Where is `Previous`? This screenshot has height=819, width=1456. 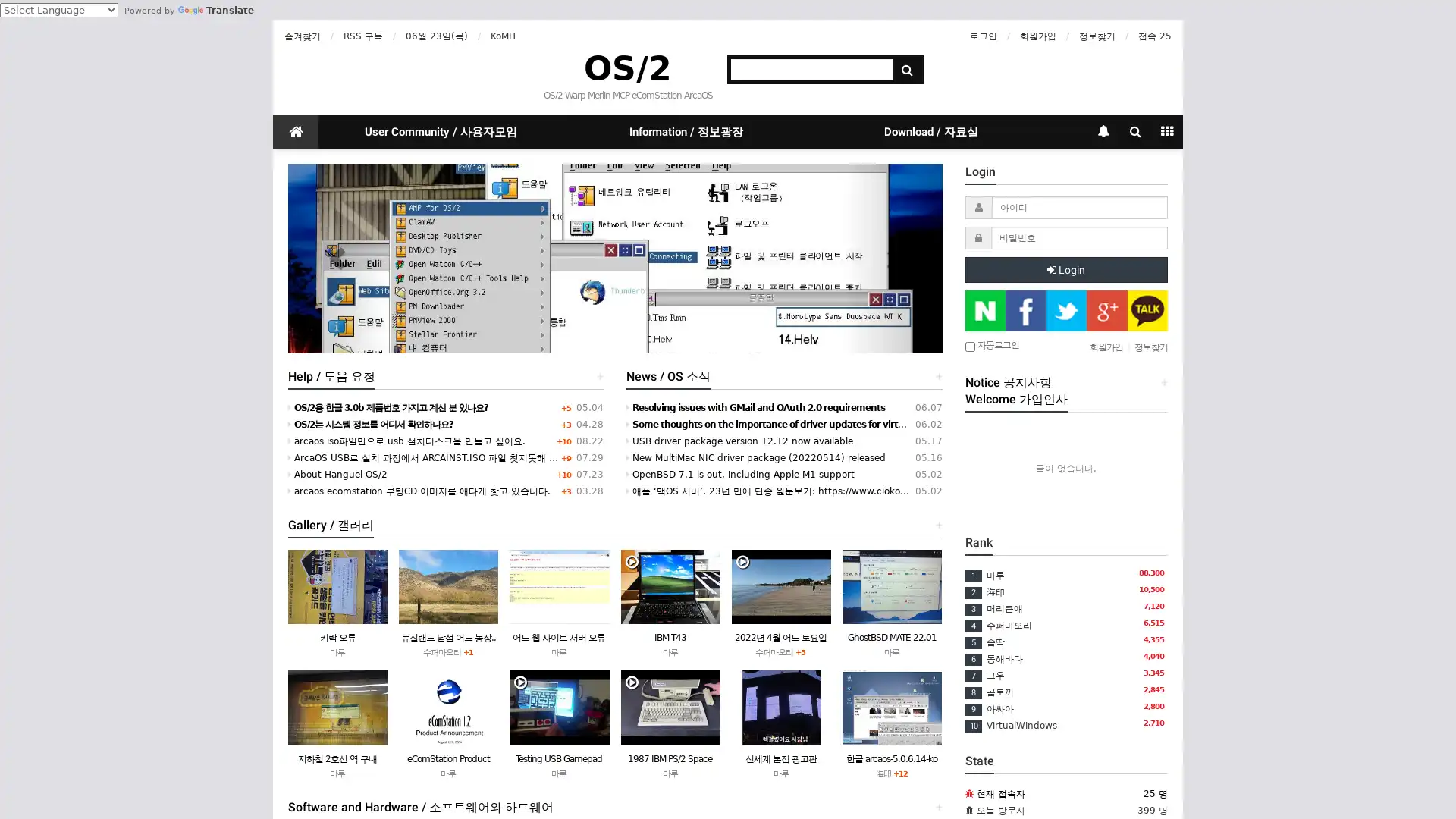 Previous is located at coordinates (336, 257).